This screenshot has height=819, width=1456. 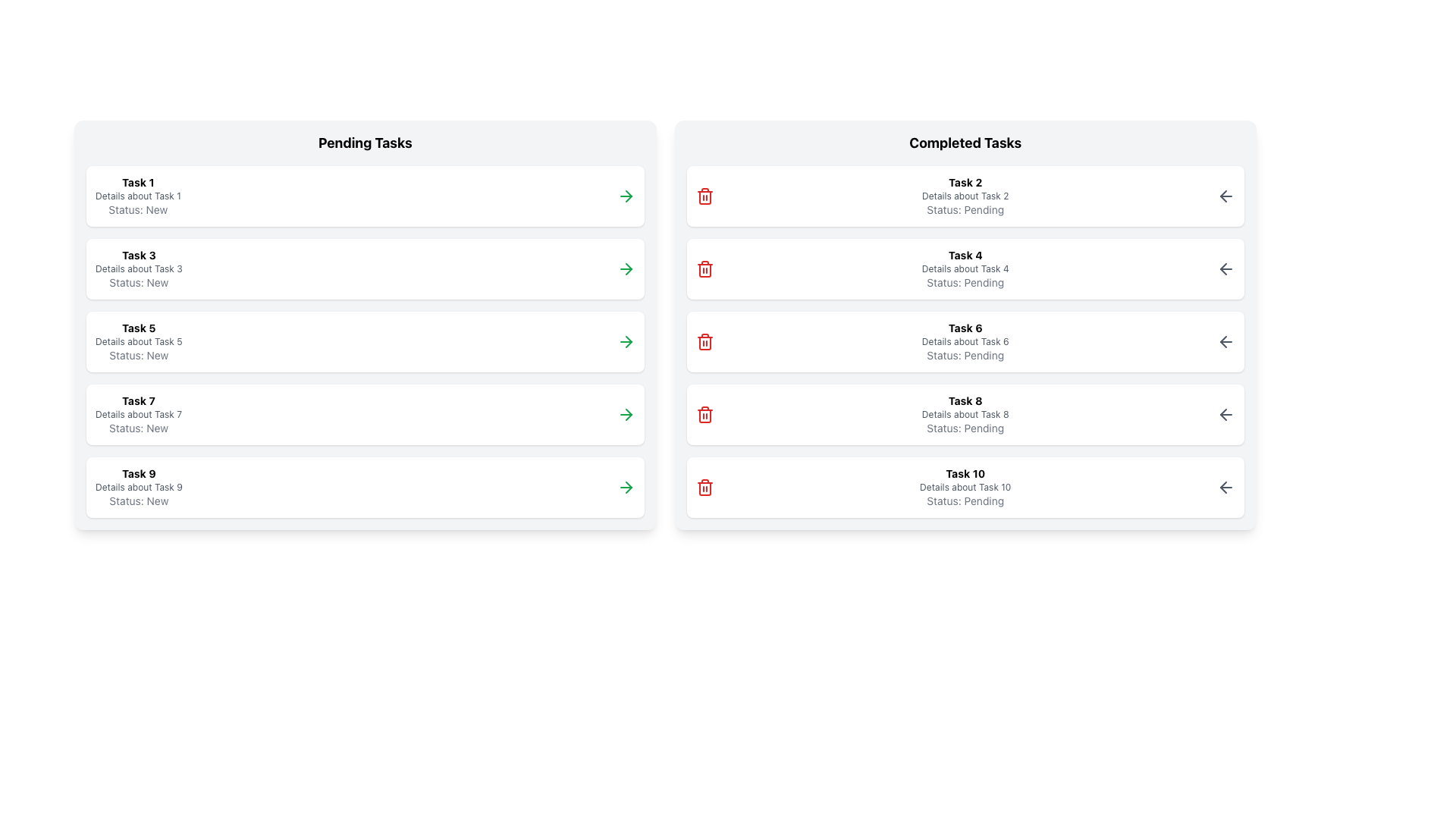 What do you see at coordinates (965, 415) in the screenshot?
I see `text content of the task details block for Task 8, which is located in the fourth item of the right-hand column labeled 'Completed Tasks.'` at bounding box center [965, 415].